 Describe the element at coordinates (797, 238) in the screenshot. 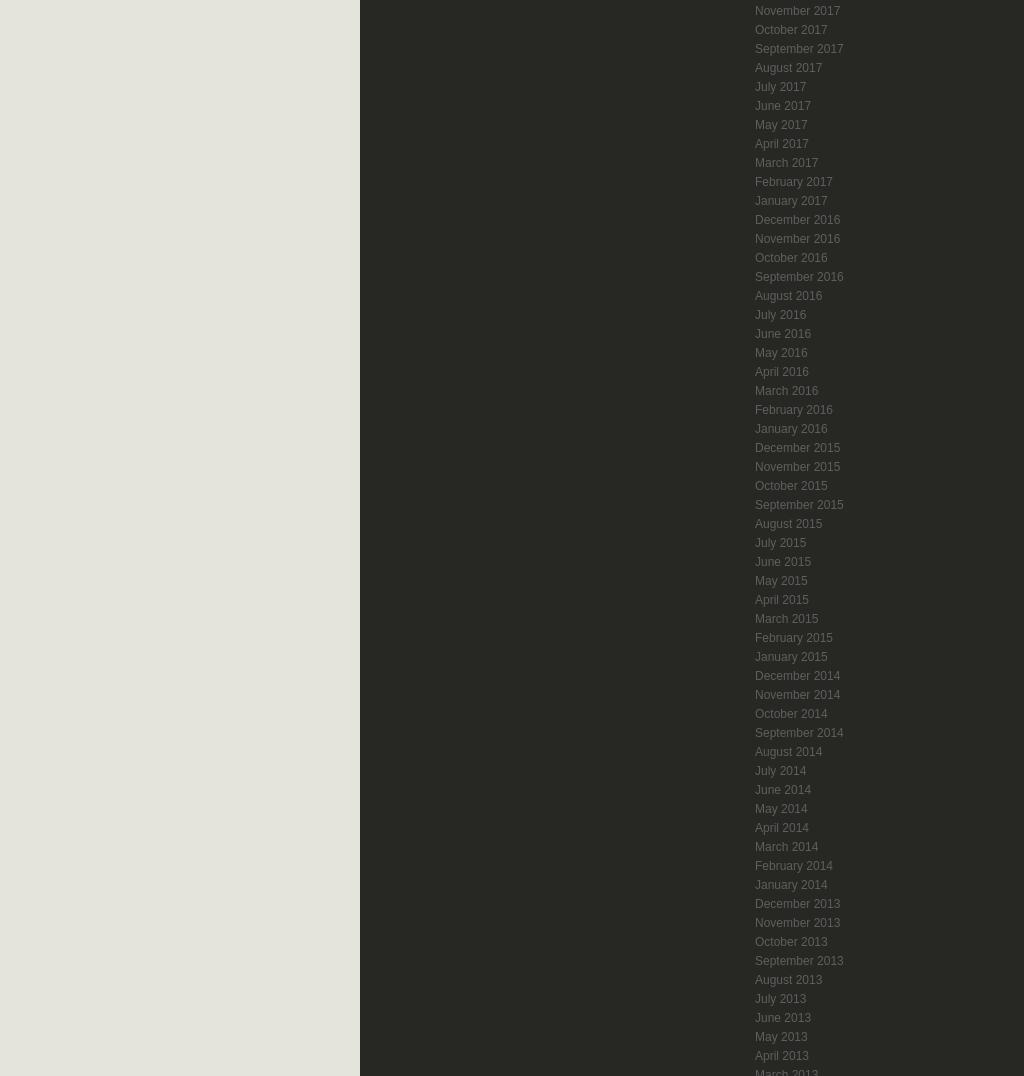

I see `'November 2016'` at that location.